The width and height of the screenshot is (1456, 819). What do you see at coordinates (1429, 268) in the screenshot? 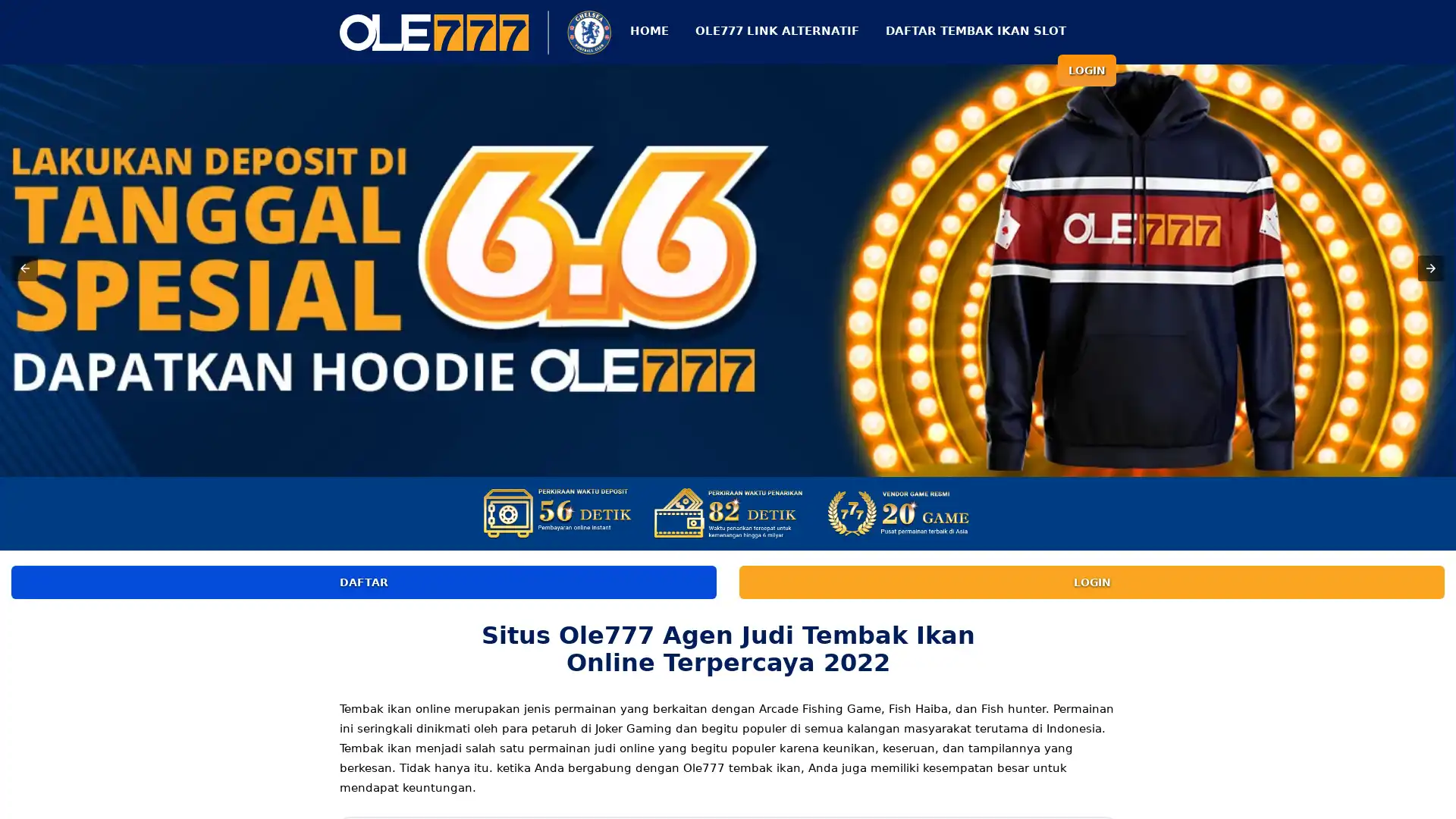
I see `Next item in carousel (3 of 3)` at bounding box center [1429, 268].